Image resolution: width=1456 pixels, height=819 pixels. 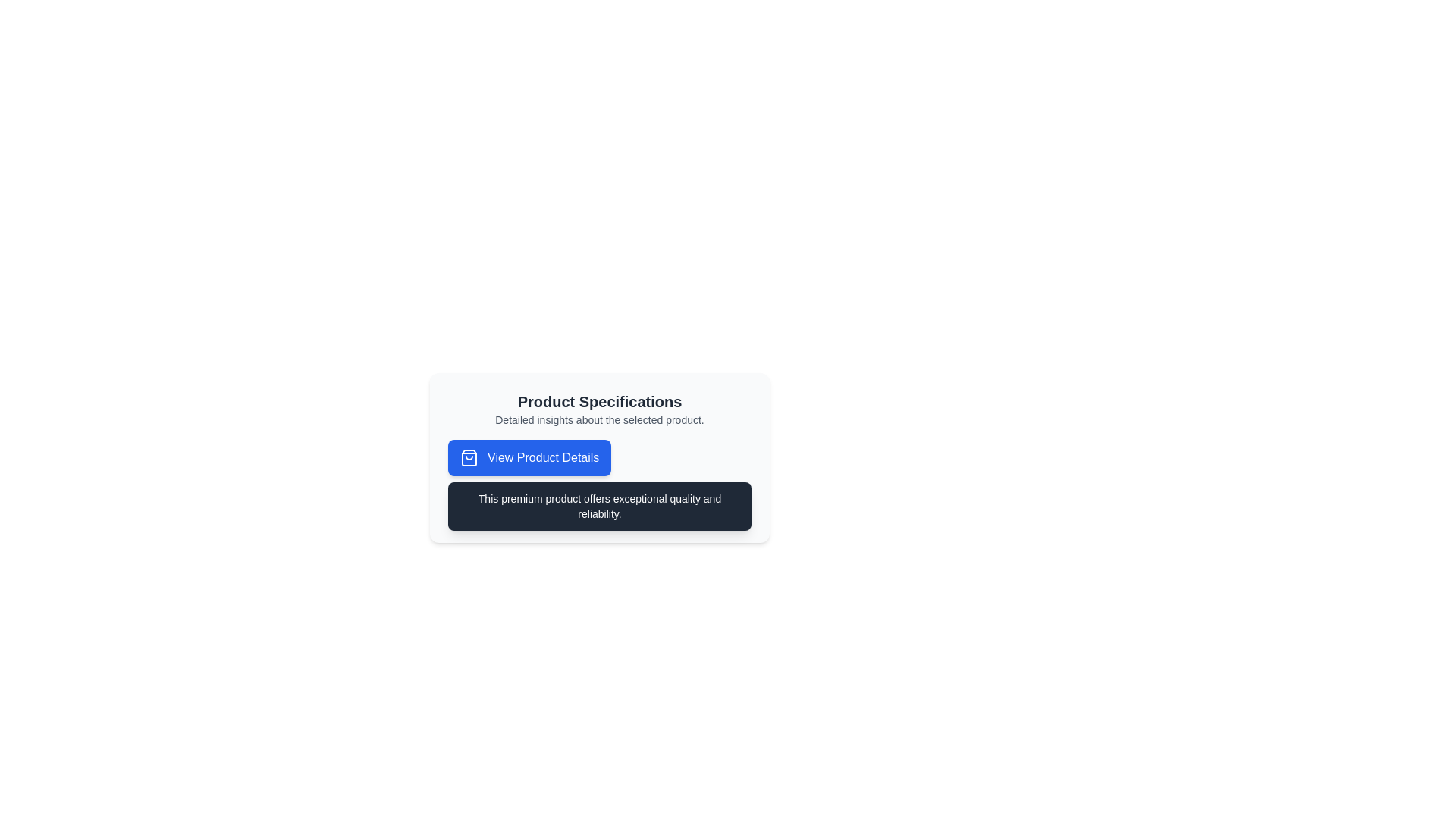 I want to click on the Text Label that provides descriptive or promotional information about a product, located underneath the 'View Product Details' button in a dark background box, so click(x=599, y=506).